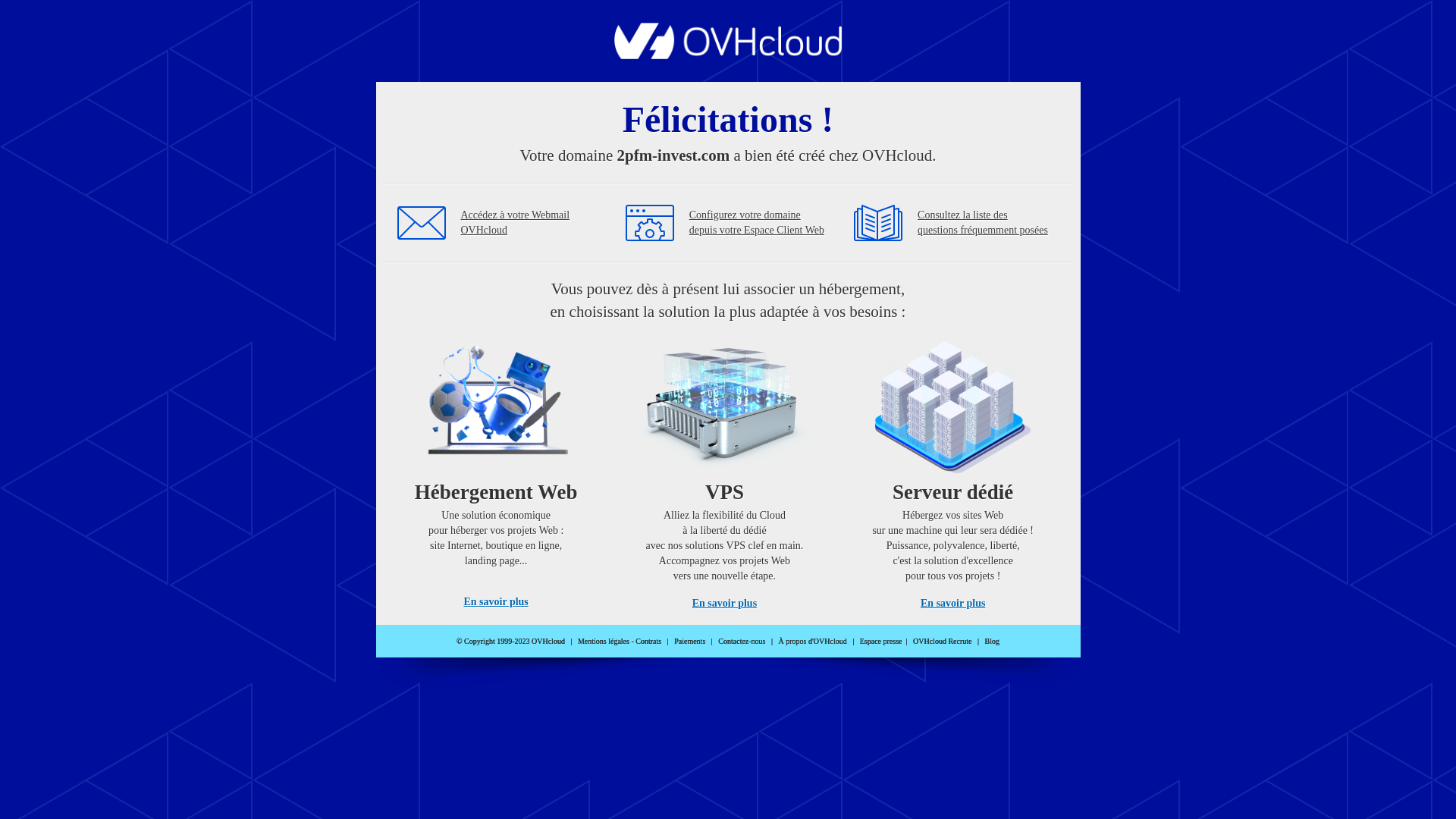 This screenshot has height=819, width=1456. Describe the element at coordinates (742, 641) in the screenshot. I see `'Contactez-nous'` at that location.